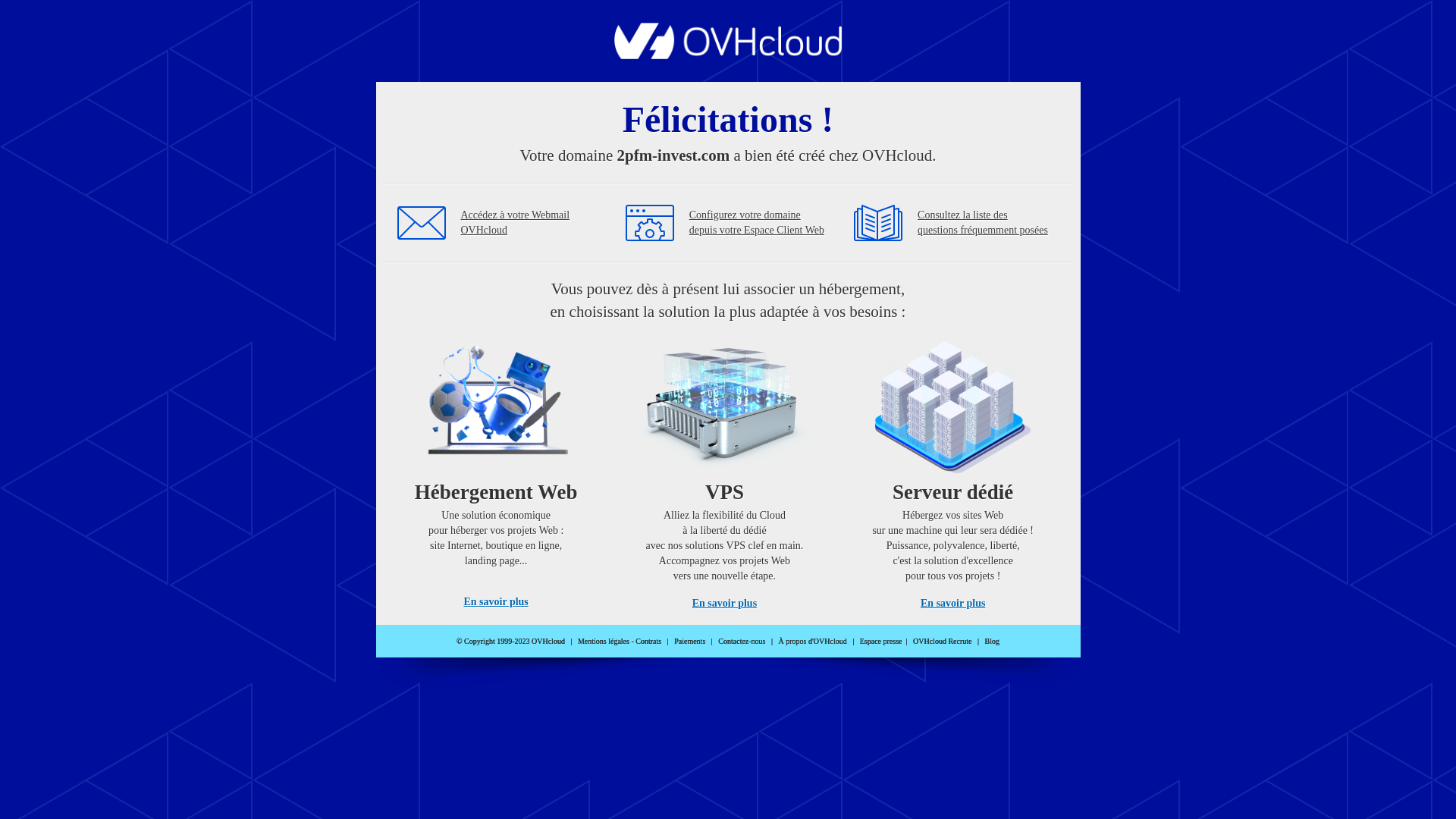 This screenshot has height=819, width=1456. Describe the element at coordinates (742, 641) in the screenshot. I see `'Contactez-nous'` at that location.